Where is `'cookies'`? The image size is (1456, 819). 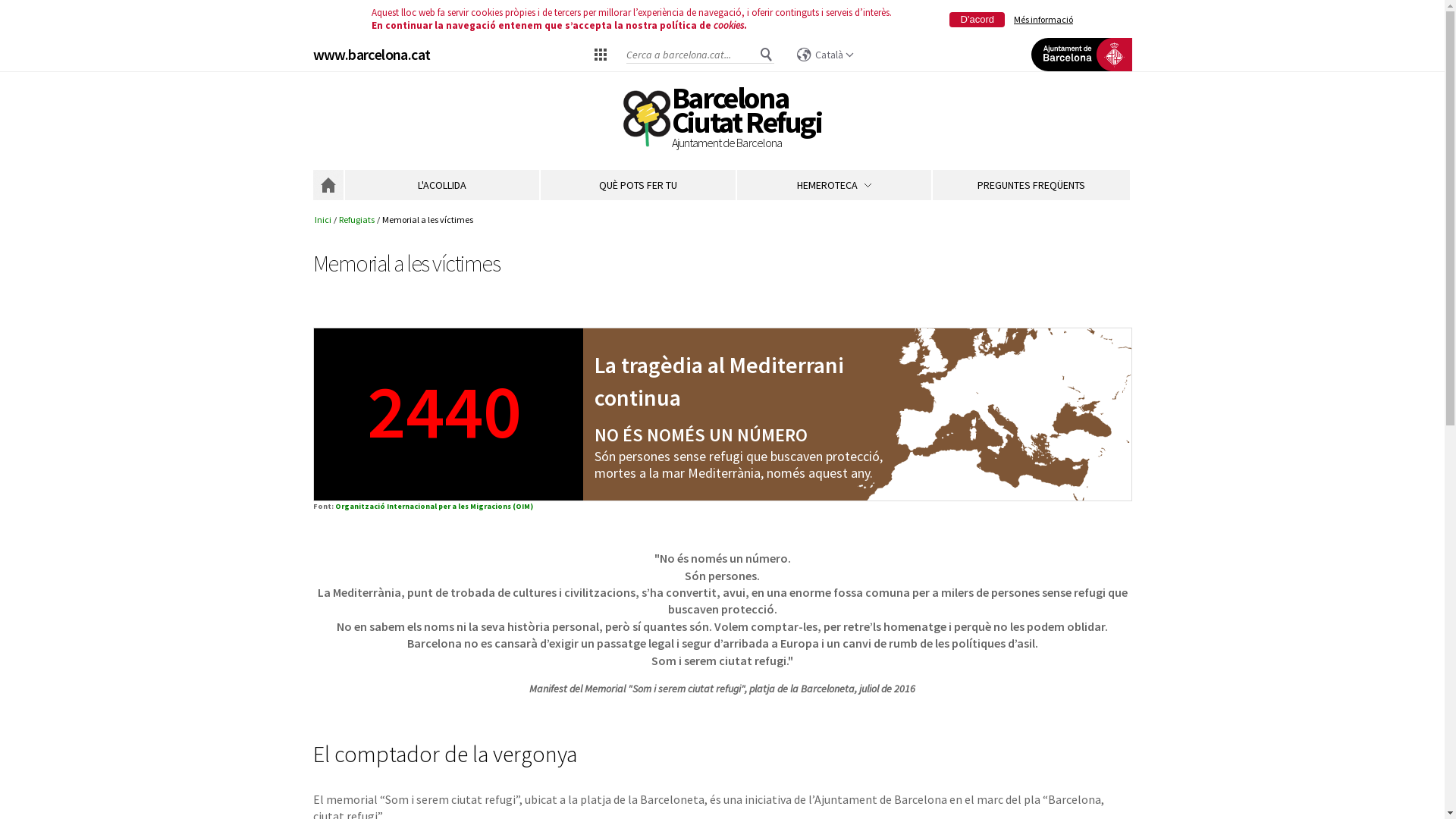
'cookies' is located at coordinates (728, 25).